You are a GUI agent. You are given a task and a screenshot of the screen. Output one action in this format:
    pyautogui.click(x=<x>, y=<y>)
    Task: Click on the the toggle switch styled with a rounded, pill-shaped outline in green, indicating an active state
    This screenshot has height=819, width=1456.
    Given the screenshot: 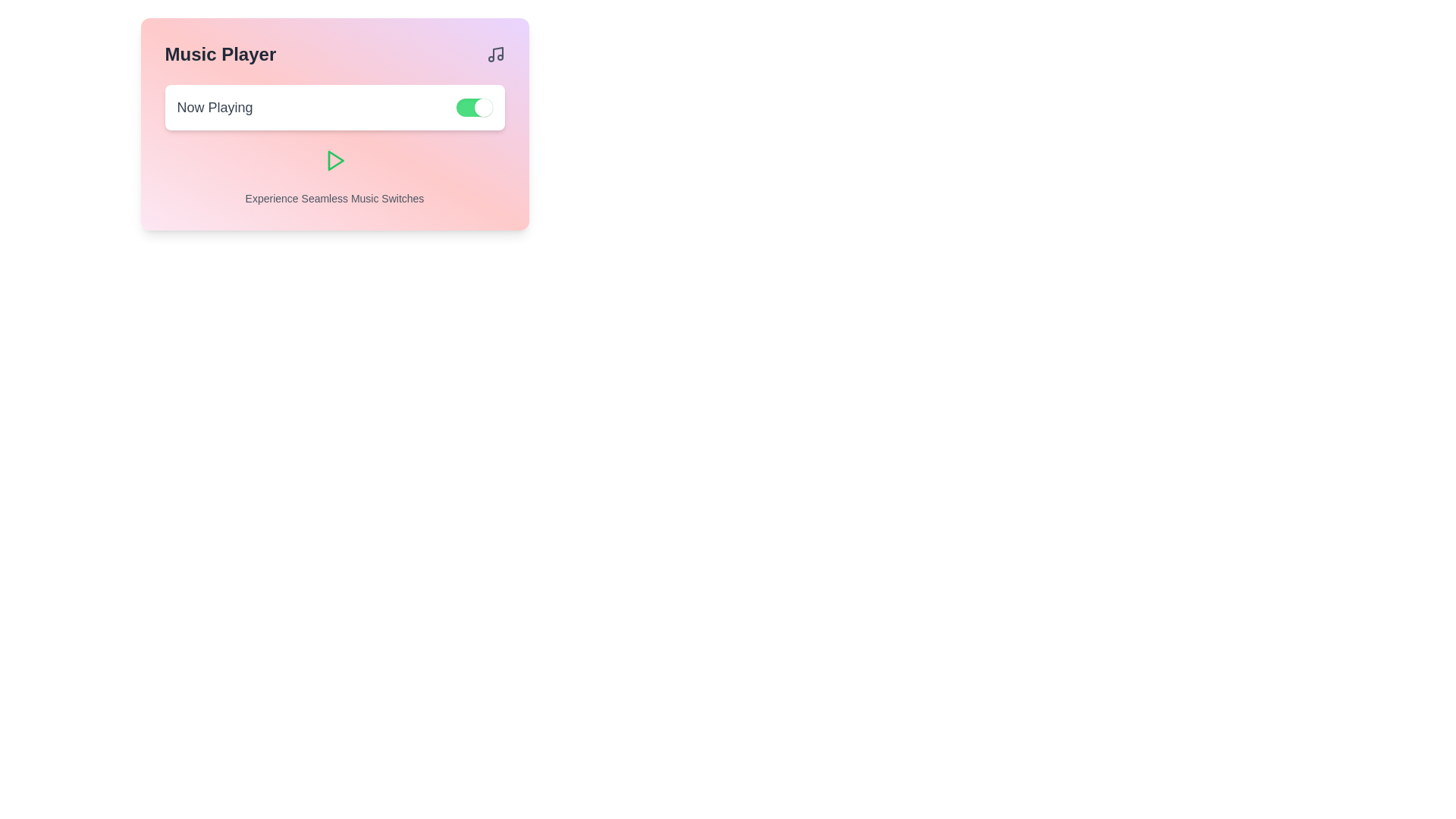 What is the action you would take?
    pyautogui.click(x=473, y=107)
    